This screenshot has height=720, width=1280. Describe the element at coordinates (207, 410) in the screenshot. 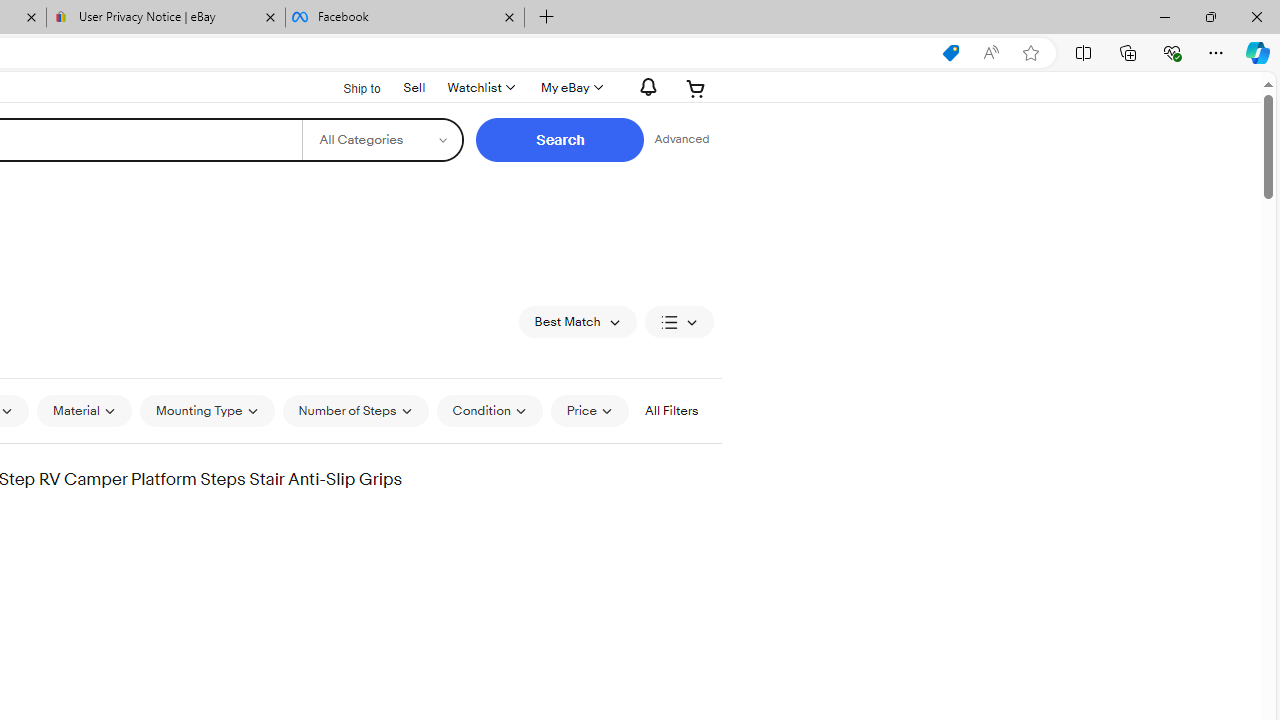

I see `'Mounting Type'` at that location.